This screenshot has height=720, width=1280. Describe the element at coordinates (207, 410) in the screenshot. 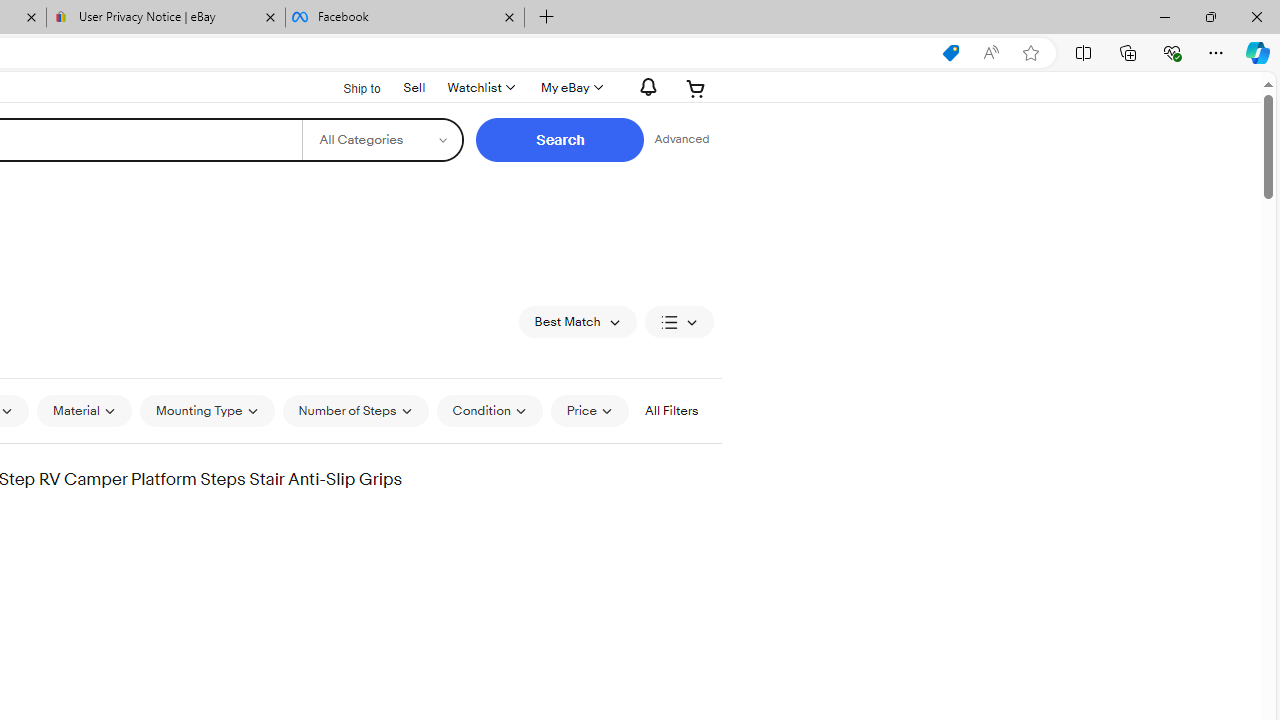

I see `'Mounting Type'` at that location.